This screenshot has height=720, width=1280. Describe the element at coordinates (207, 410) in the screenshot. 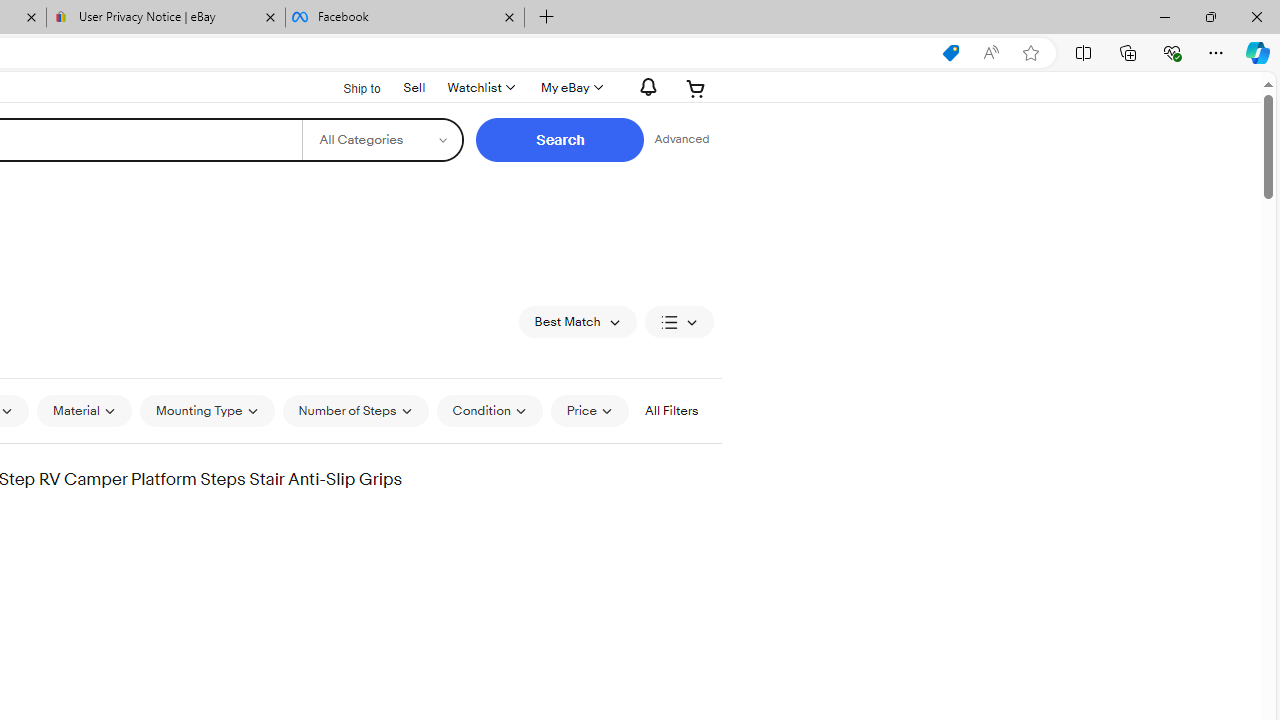

I see `'Mounting Type'` at that location.